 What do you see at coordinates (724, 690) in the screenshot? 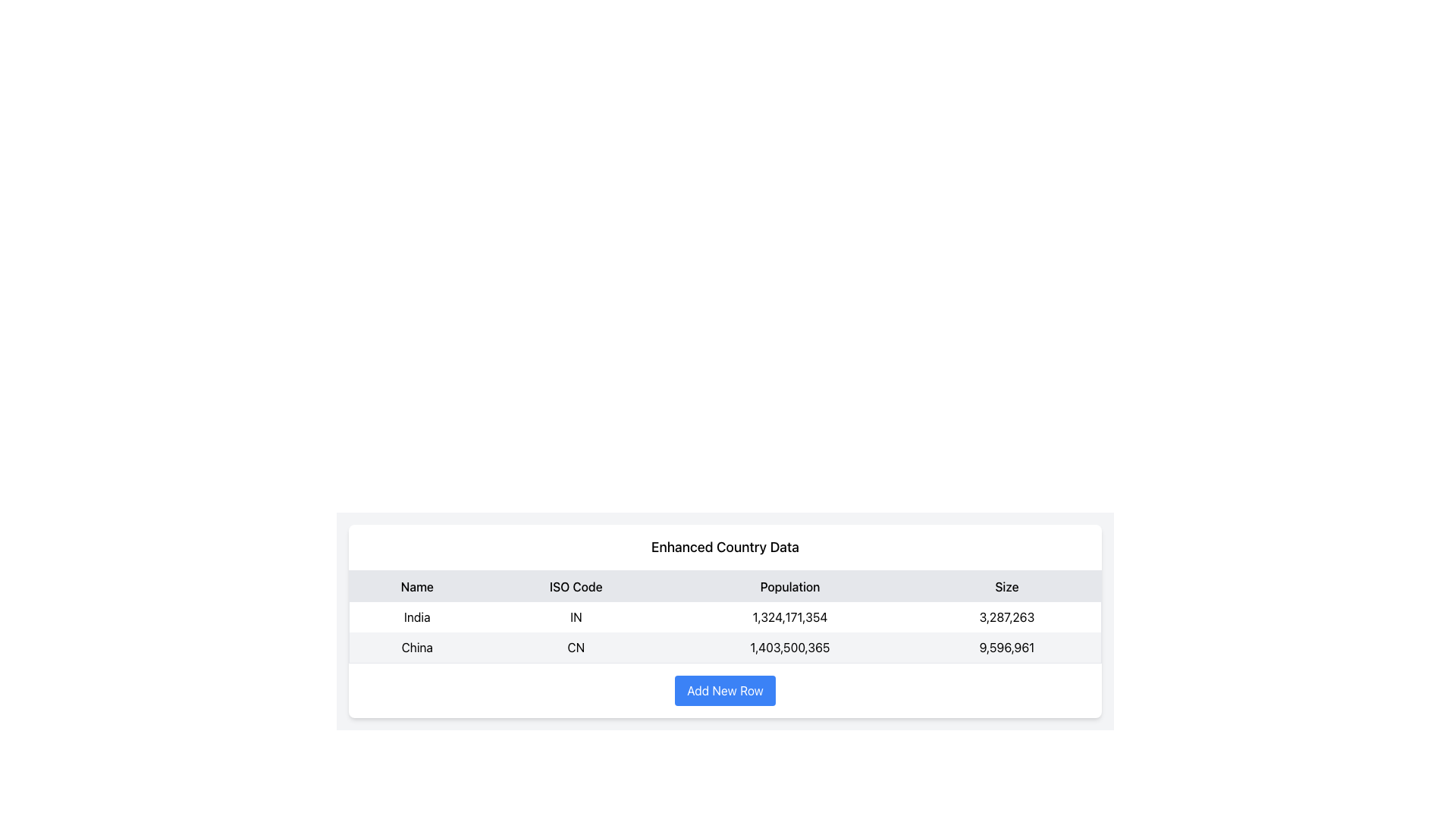
I see `the 'Add New Row' button, which is a rectangular button with a blue background and white text located at the bottom of the 'Enhanced Country Data' card, to observe the hover effect` at bounding box center [724, 690].